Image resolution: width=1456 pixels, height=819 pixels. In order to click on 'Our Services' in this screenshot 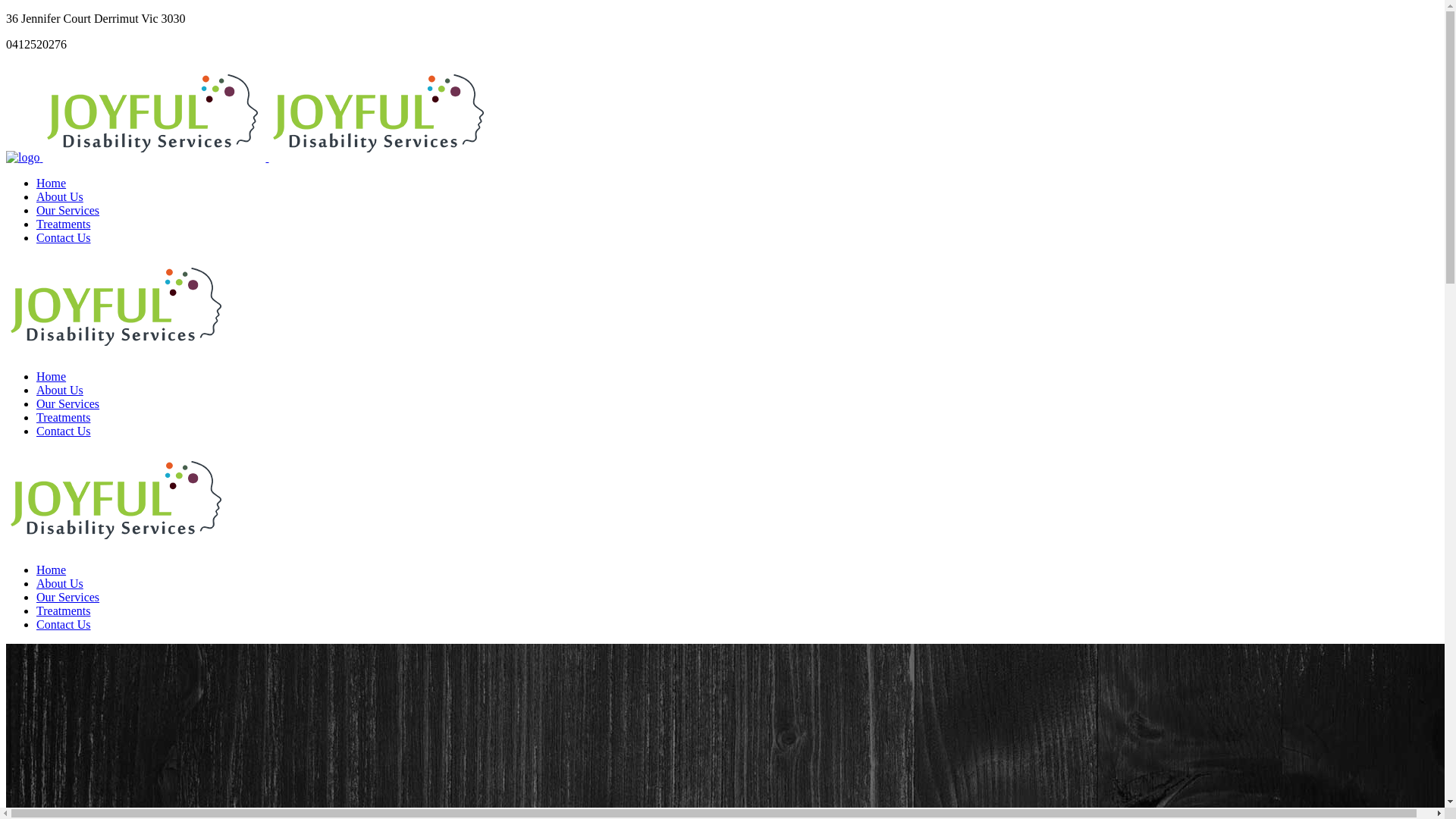, I will do `click(67, 403)`.